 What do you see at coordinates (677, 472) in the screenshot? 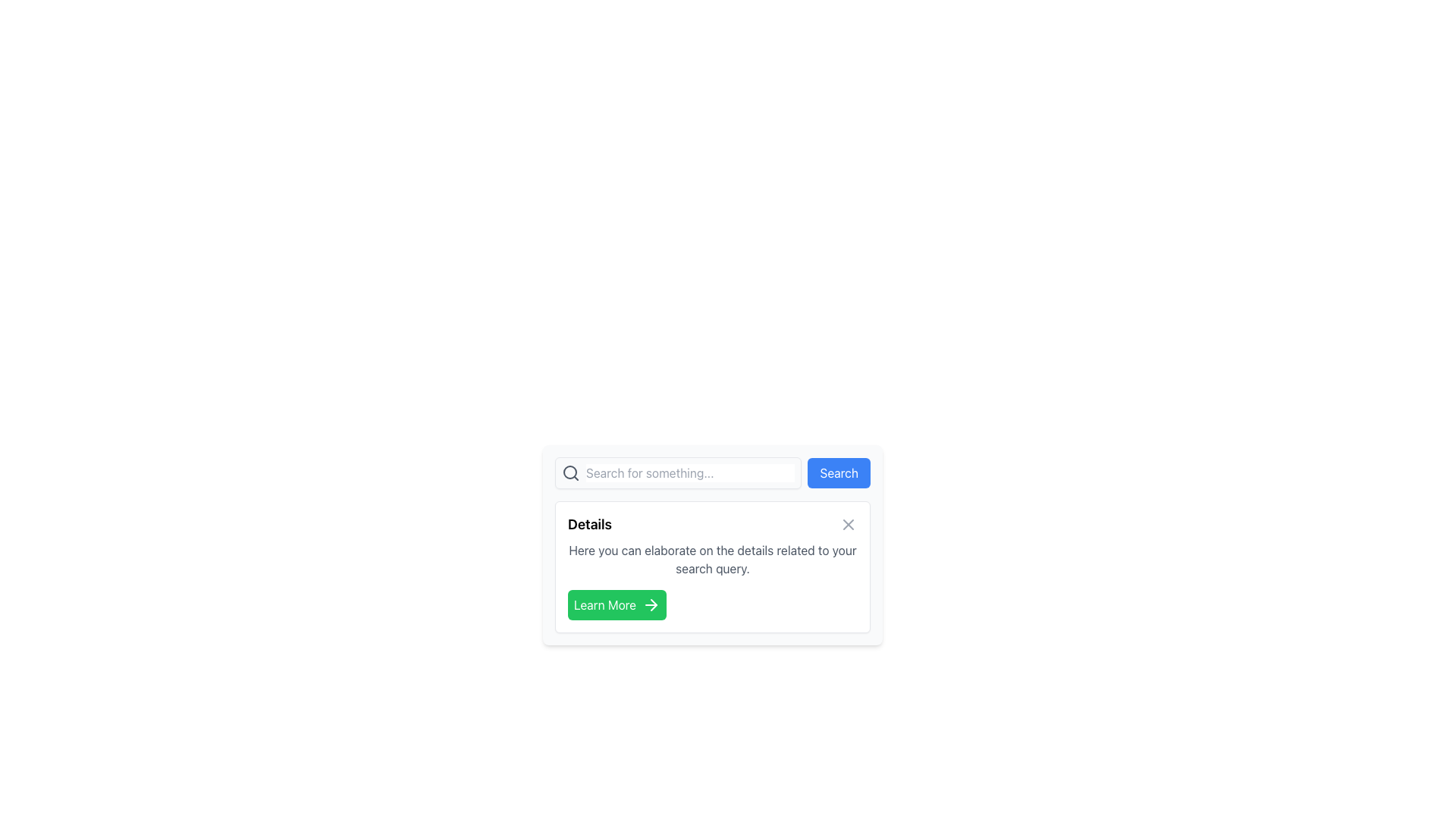
I see `the search bar text input field` at bounding box center [677, 472].